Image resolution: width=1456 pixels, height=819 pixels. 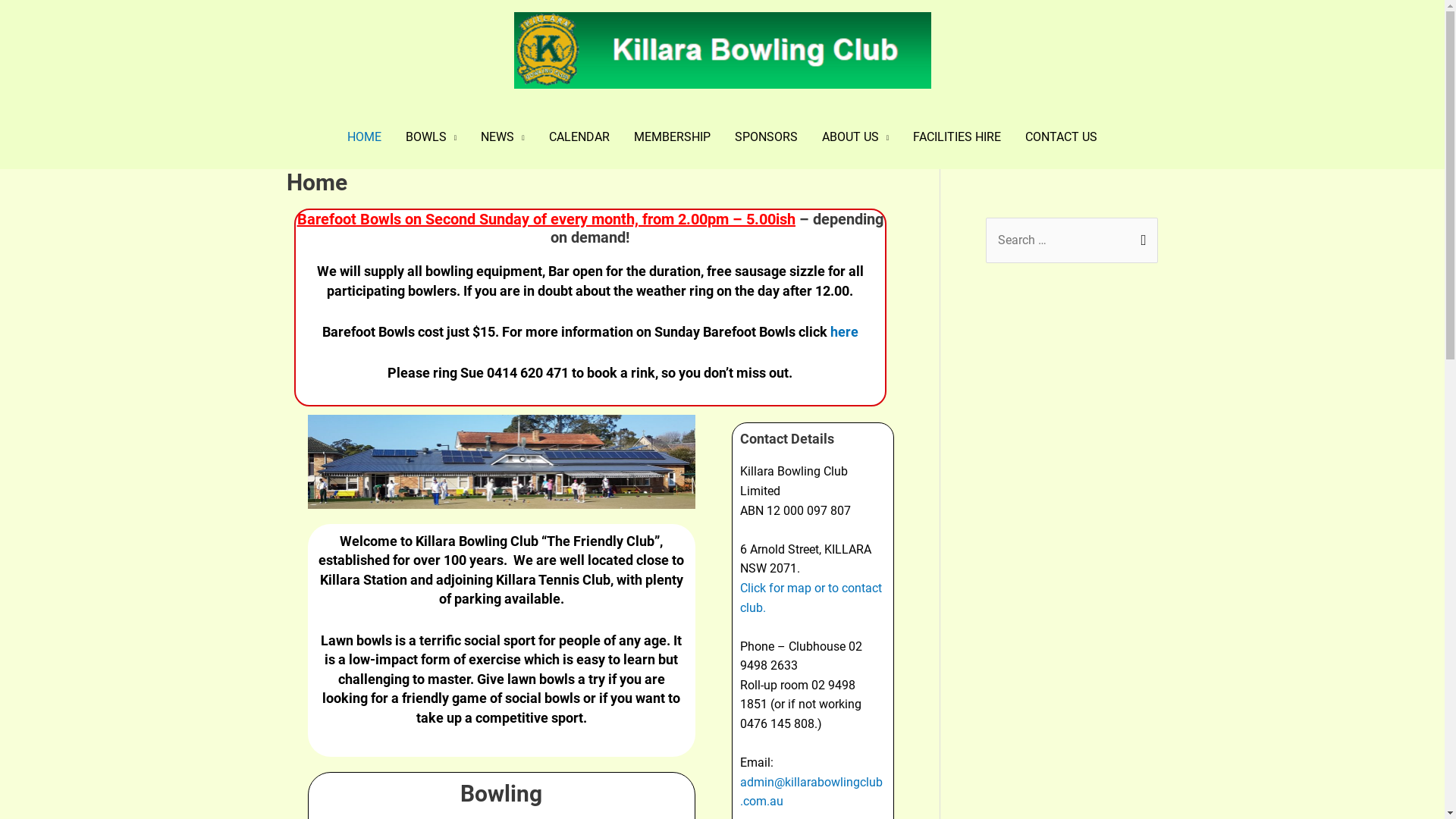 I want to click on 'CALENDAR', so click(x=578, y=137).